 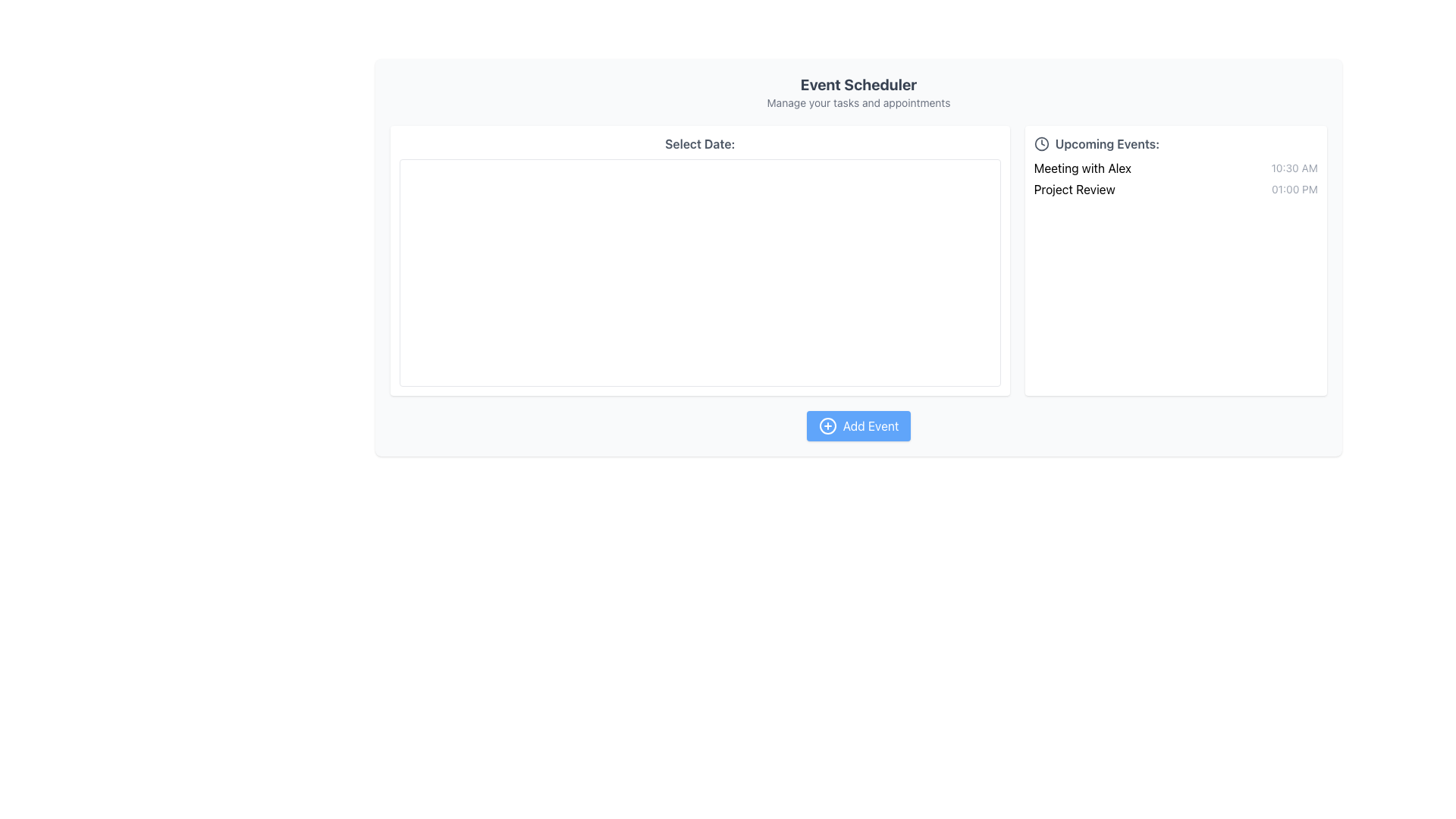 What do you see at coordinates (1175, 168) in the screenshot?
I see `information displayed in the Event item titled 'Meeting with Alex' with time '10:30 AM', which is the first item in the 'Upcoming Events' section` at bounding box center [1175, 168].